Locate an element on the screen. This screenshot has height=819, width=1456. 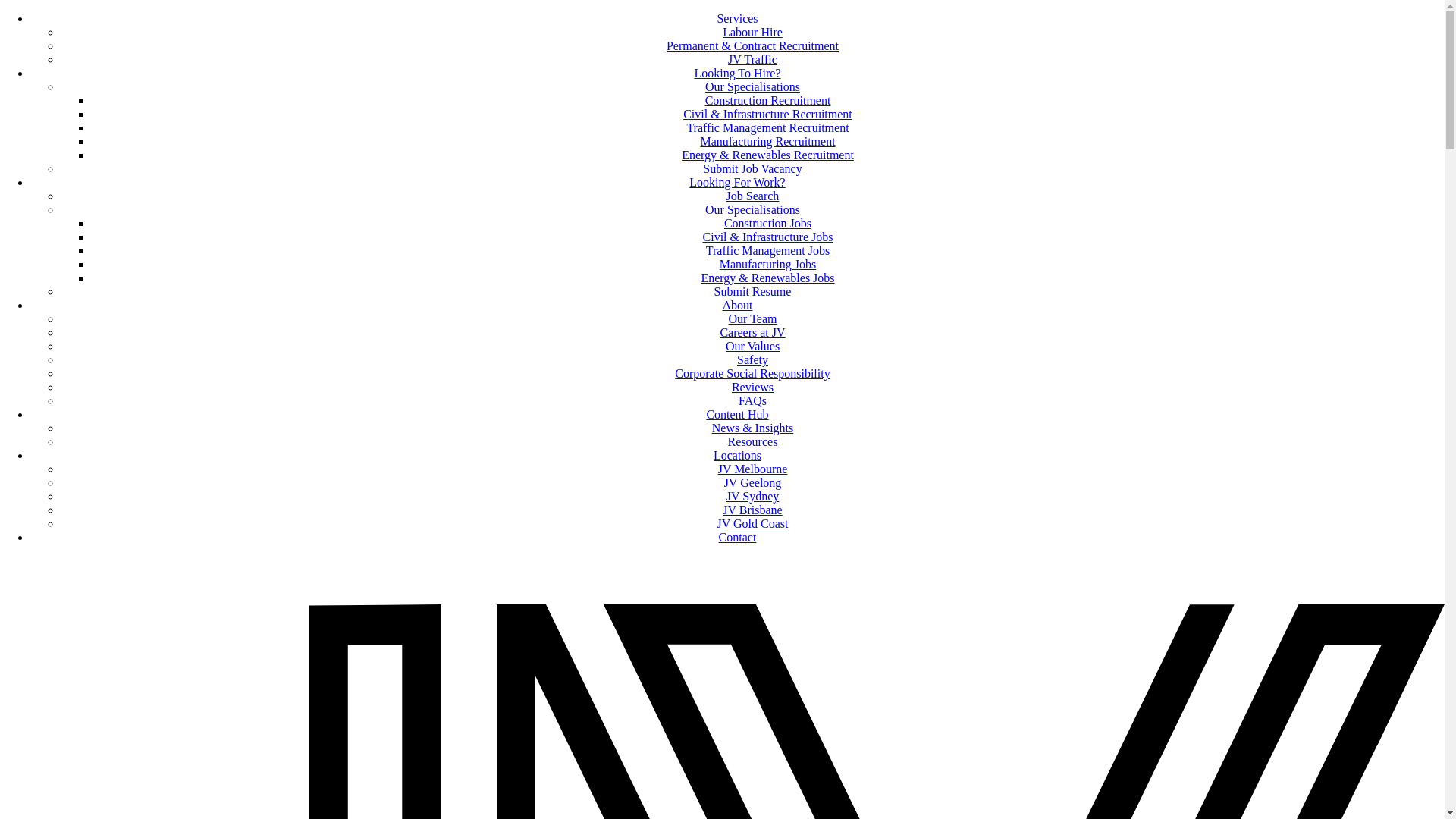
'Content Hub' is located at coordinates (705, 414).